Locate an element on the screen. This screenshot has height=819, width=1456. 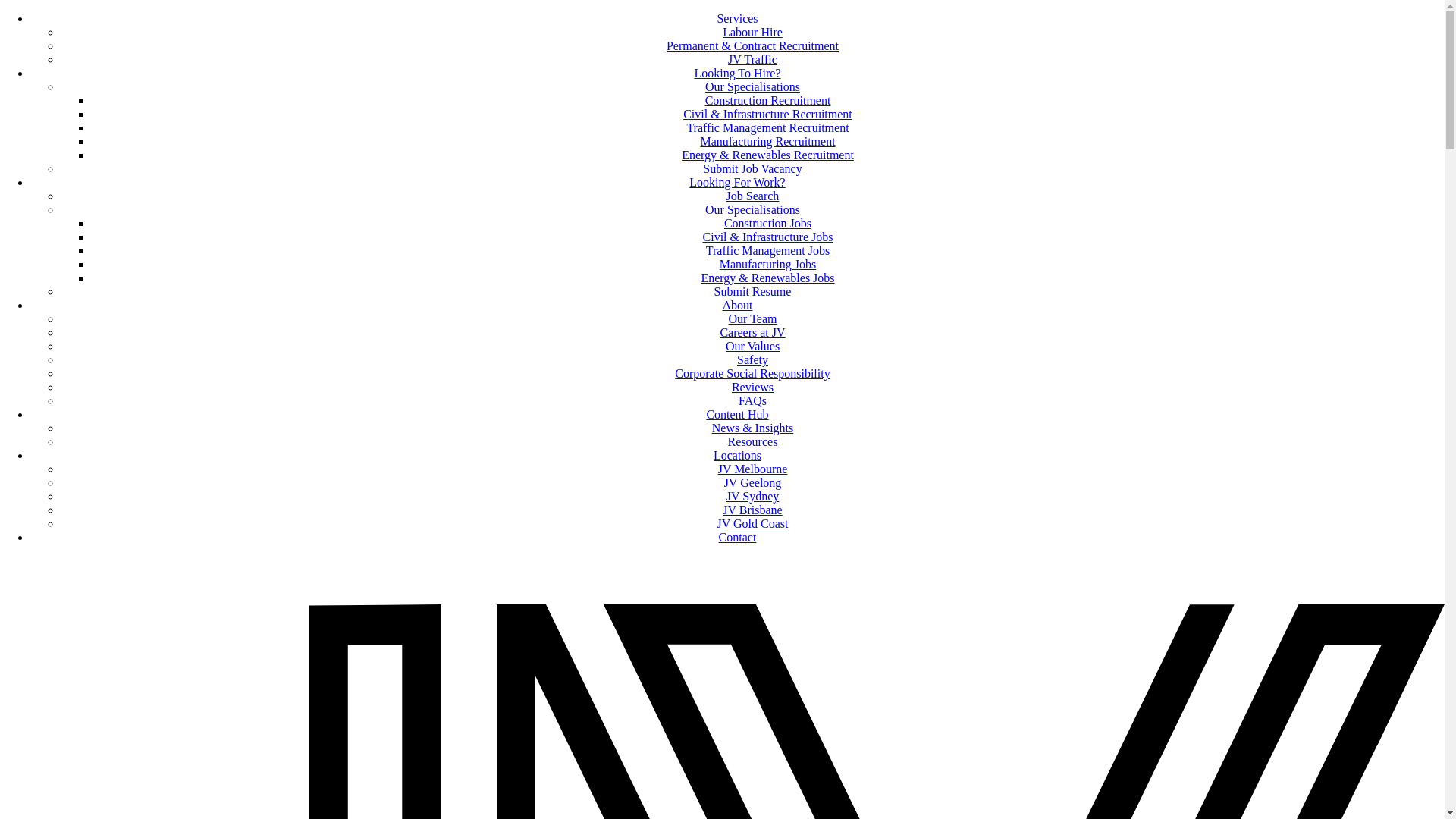
'Content Hub' is located at coordinates (705, 414).